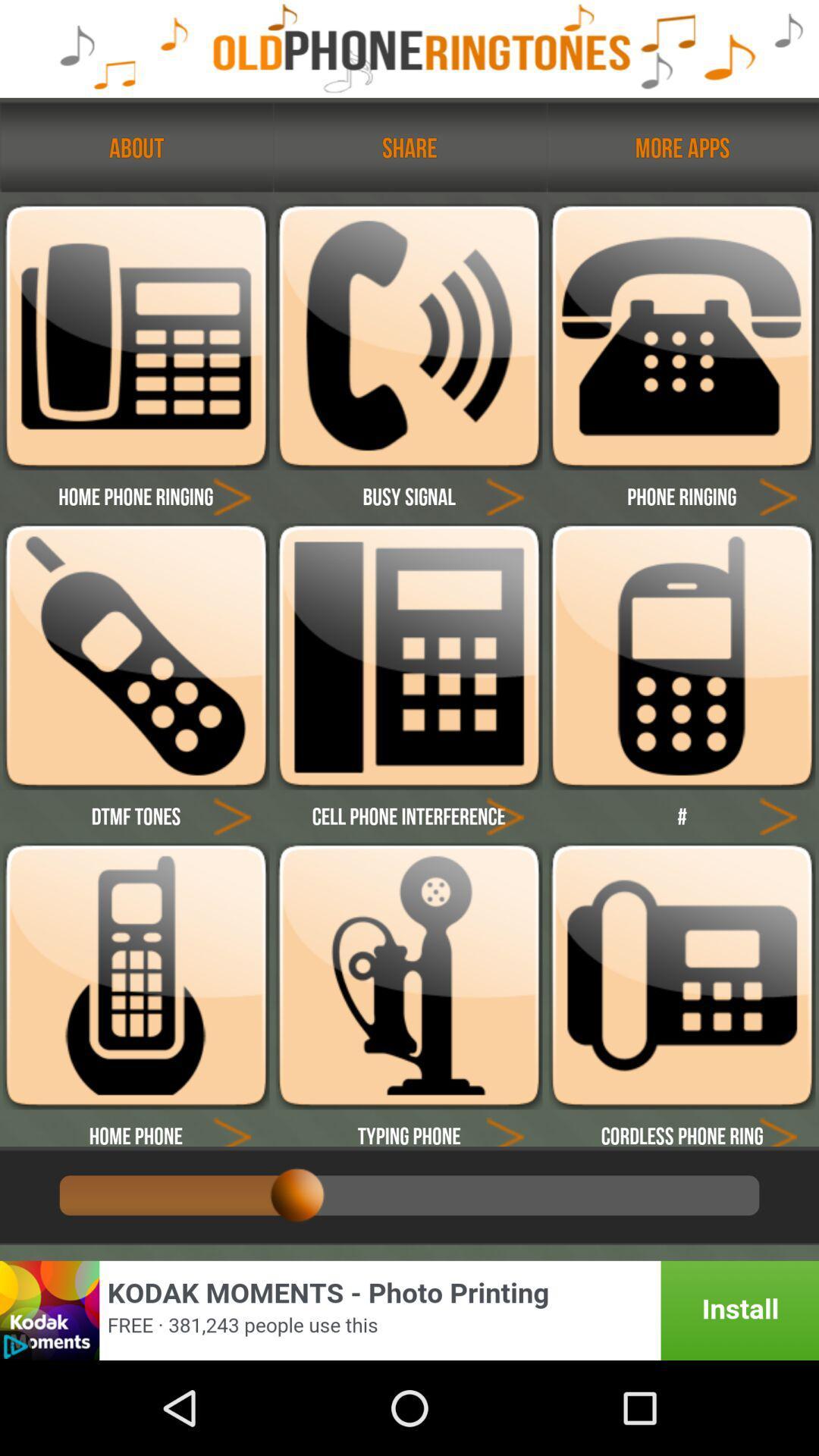  I want to click on preview ringtone, so click(232, 496).